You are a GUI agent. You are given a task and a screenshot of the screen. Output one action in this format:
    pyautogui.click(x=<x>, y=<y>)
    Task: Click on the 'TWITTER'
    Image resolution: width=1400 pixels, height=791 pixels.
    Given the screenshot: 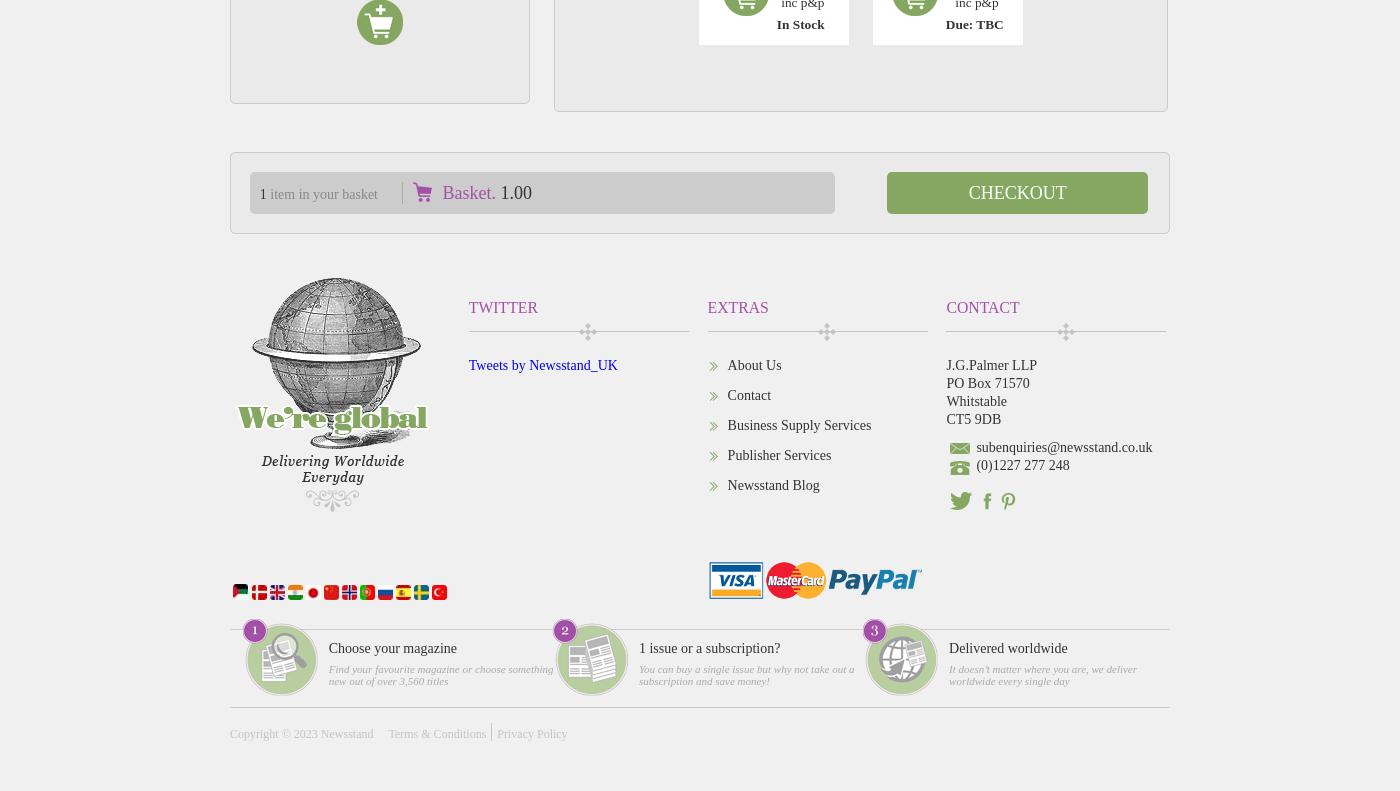 What is the action you would take?
    pyautogui.click(x=468, y=306)
    